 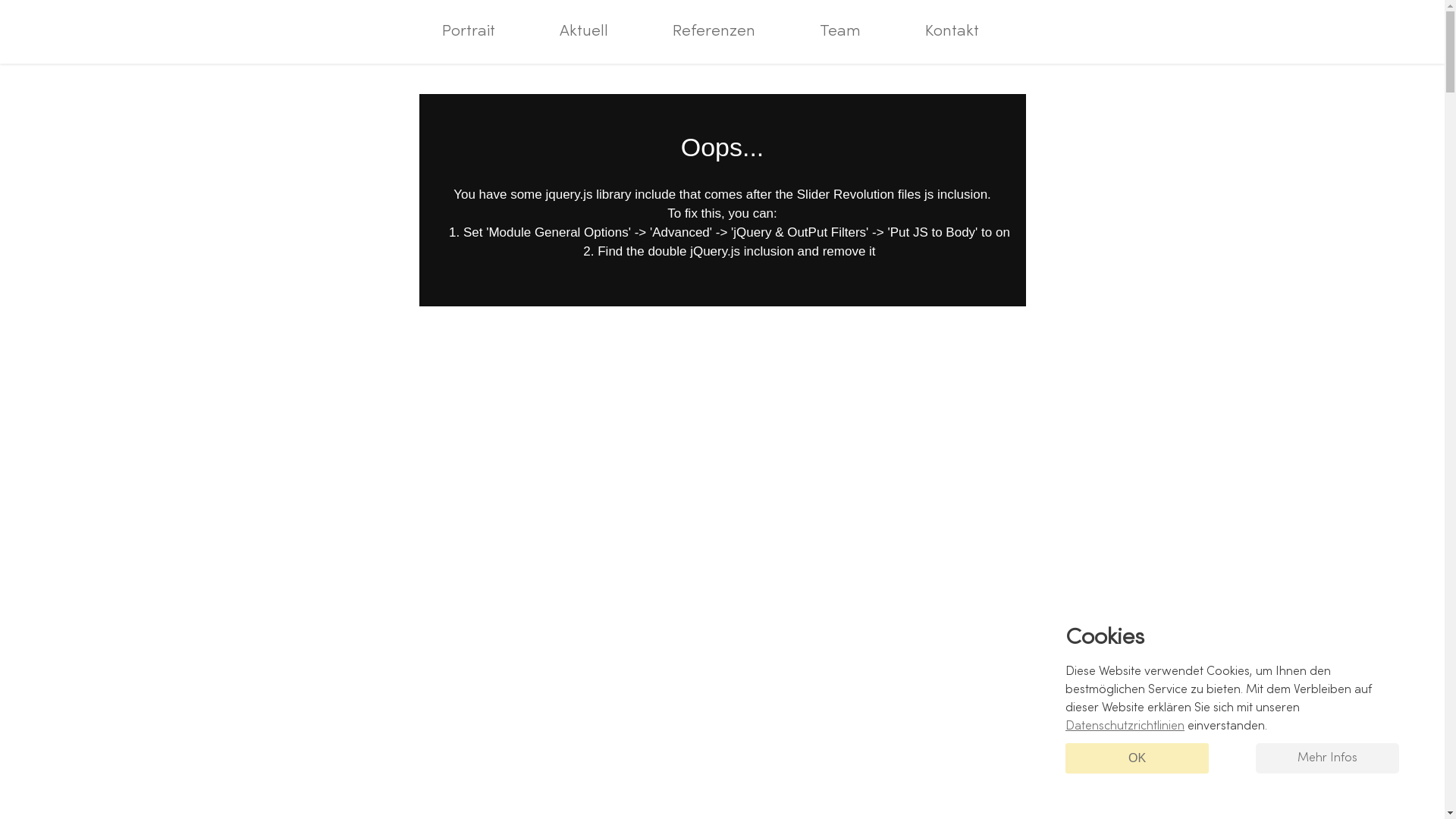 I want to click on 'Datenschutzrichtlinien', so click(x=1065, y=725).